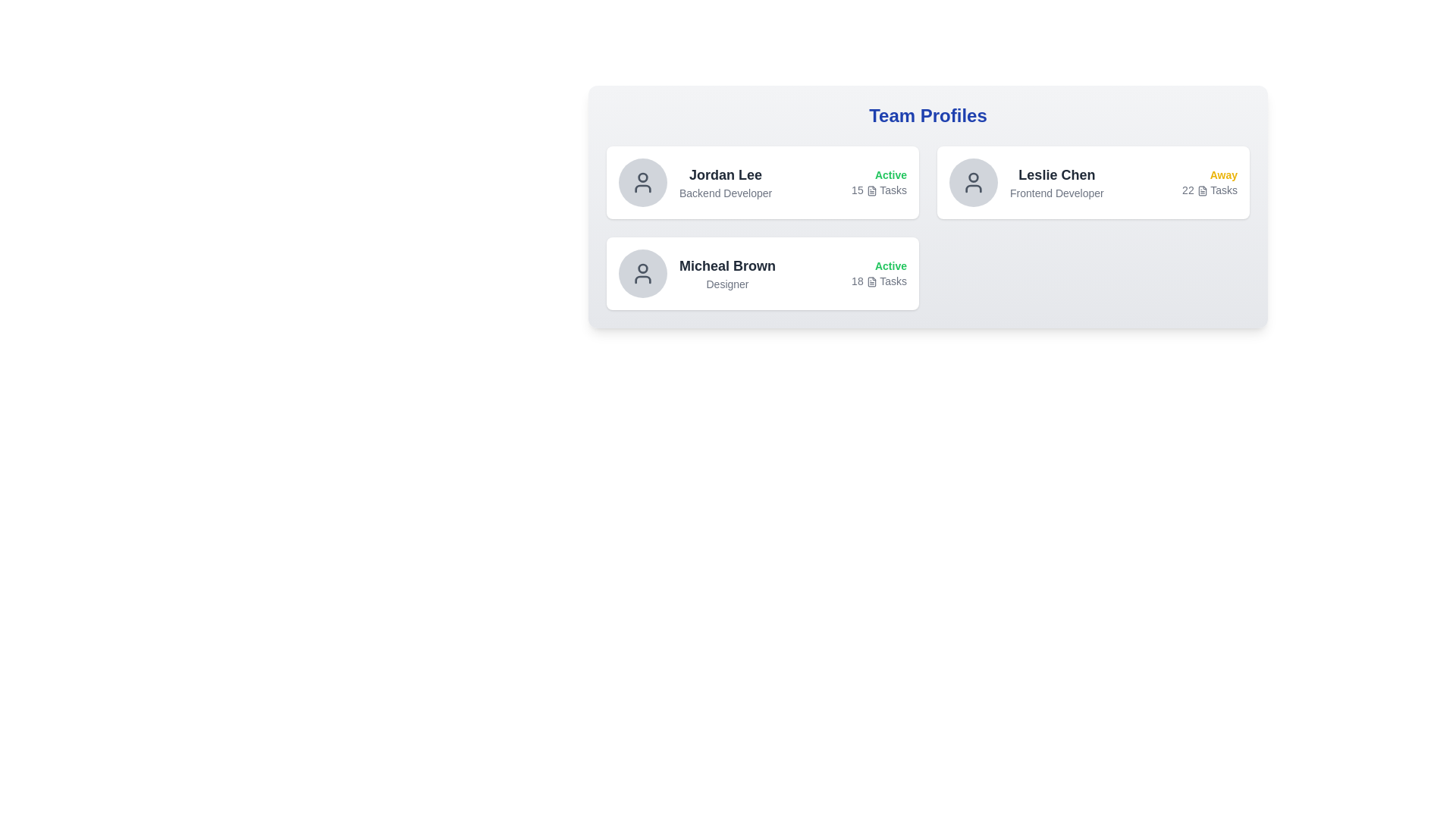  What do you see at coordinates (1056, 181) in the screenshot?
I see `the text display containing the name 'Leslie Chen' and the occupation 'Frontend Developer', which is the third item in the 'Team Profiles' list` at bounding box center [1056, 181].